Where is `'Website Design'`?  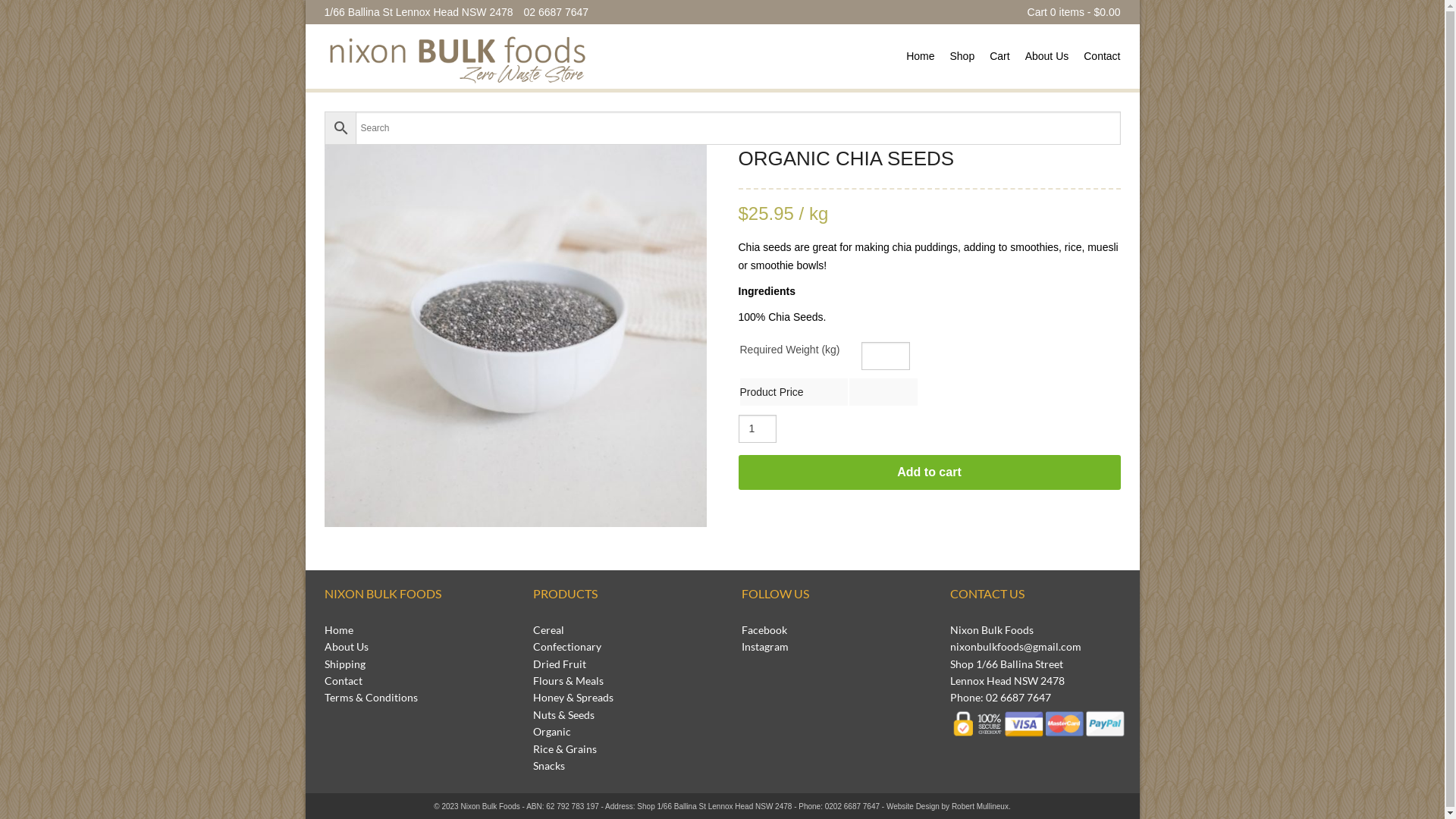
'Website Design' is located at coordinates (912, 805).